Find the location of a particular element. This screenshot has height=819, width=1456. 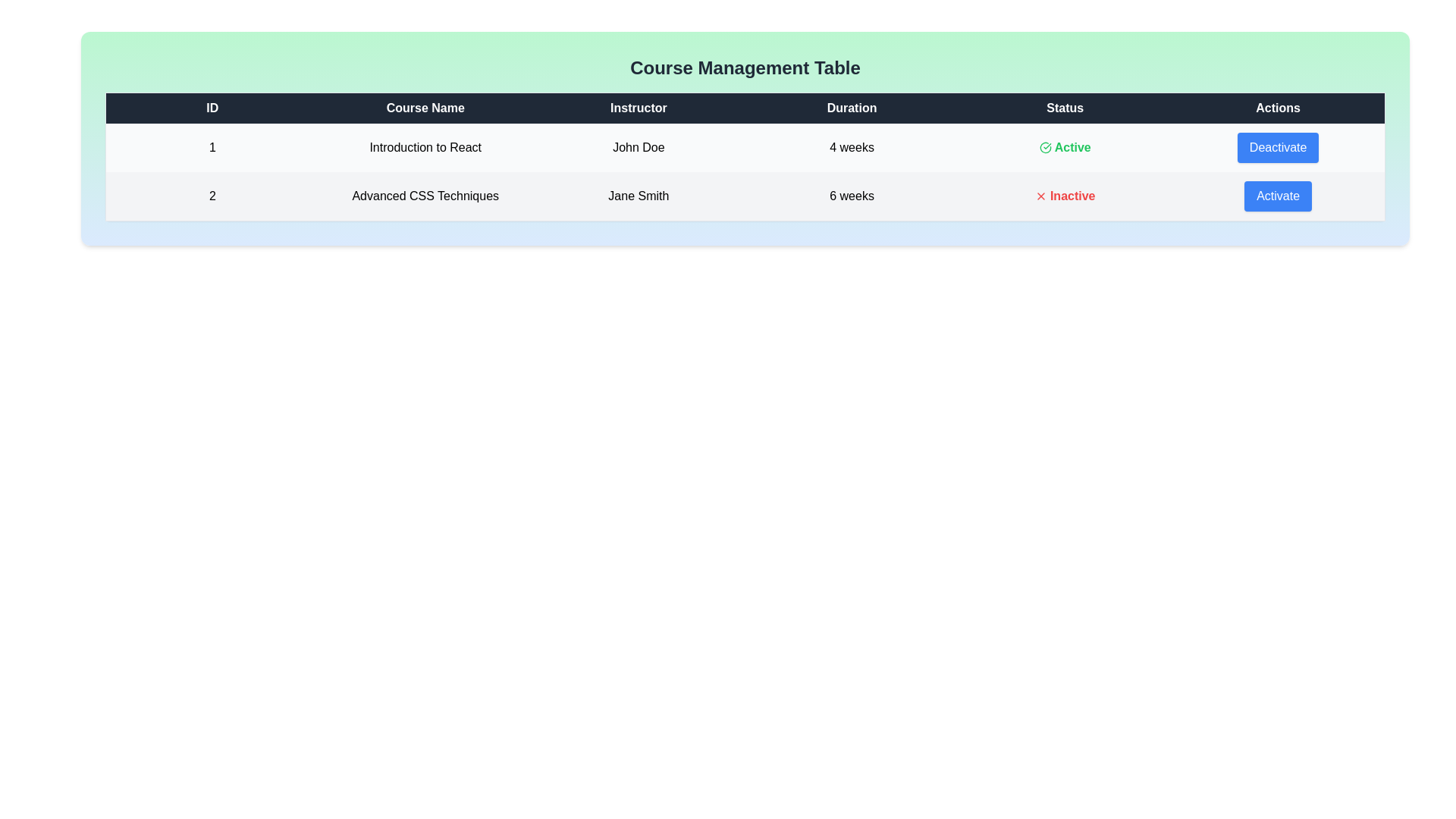

the blue 'Deactivate' button in the Actions column of the course management table is located at coordinates (1277, 148).